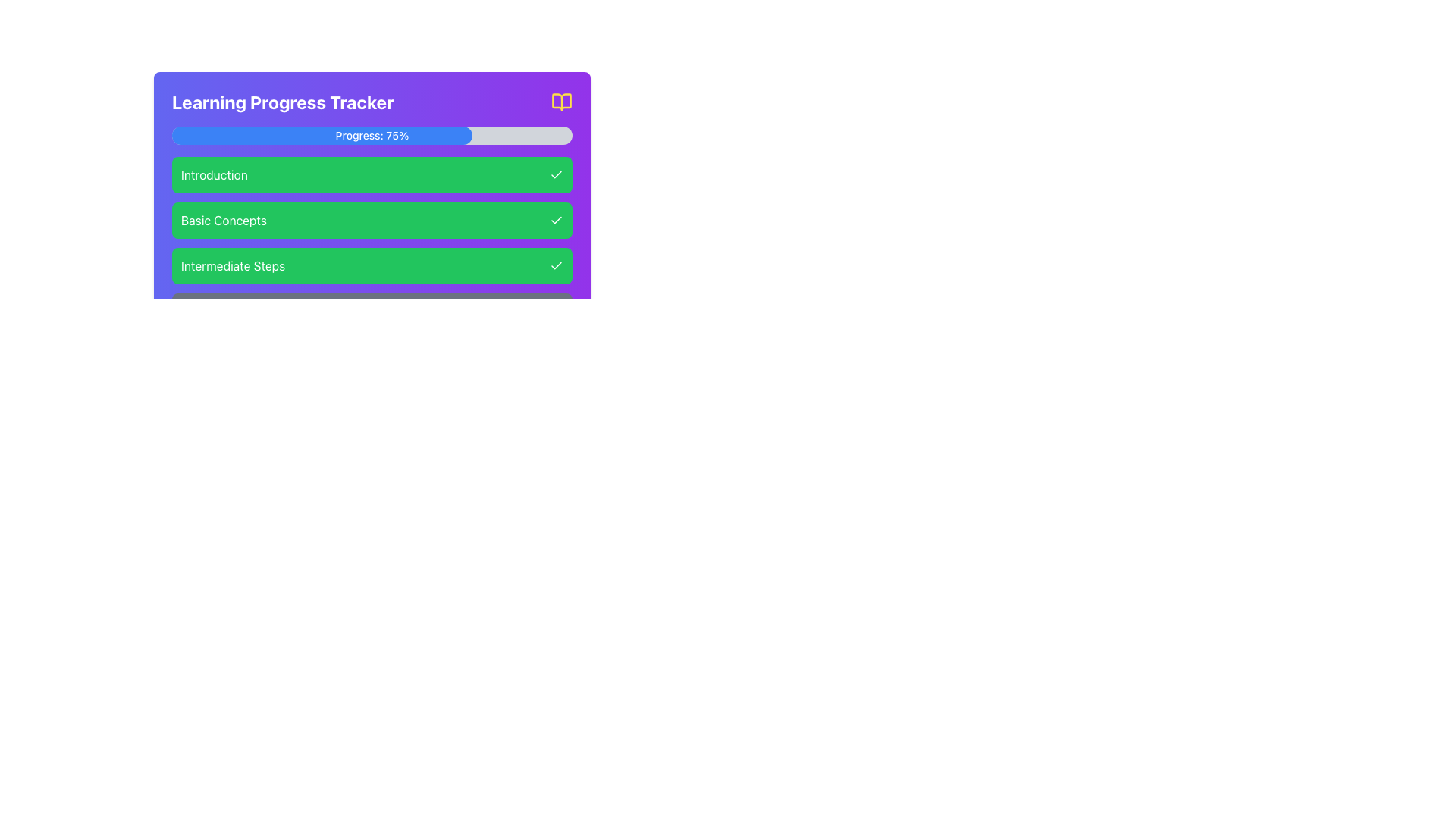  What do you see at coordinates (556, 265) in the screenshot?
I see `the compact checkmark icon styled in white on a green circle, located to the right of the 'Intermediate Steps' text` at bounding box center [556, 265].